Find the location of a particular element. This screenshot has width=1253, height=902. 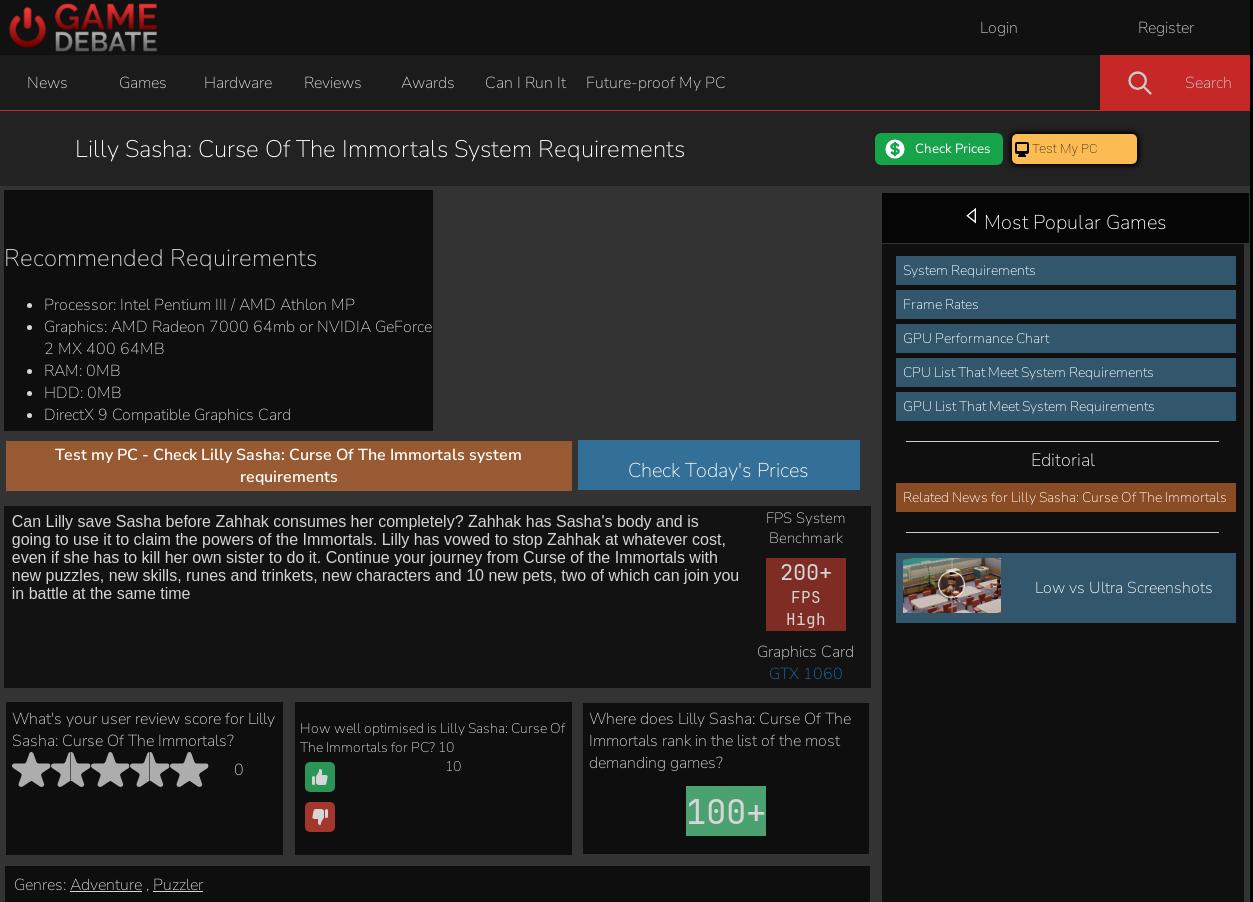

'Build It' is located at coordinates (652, 842).